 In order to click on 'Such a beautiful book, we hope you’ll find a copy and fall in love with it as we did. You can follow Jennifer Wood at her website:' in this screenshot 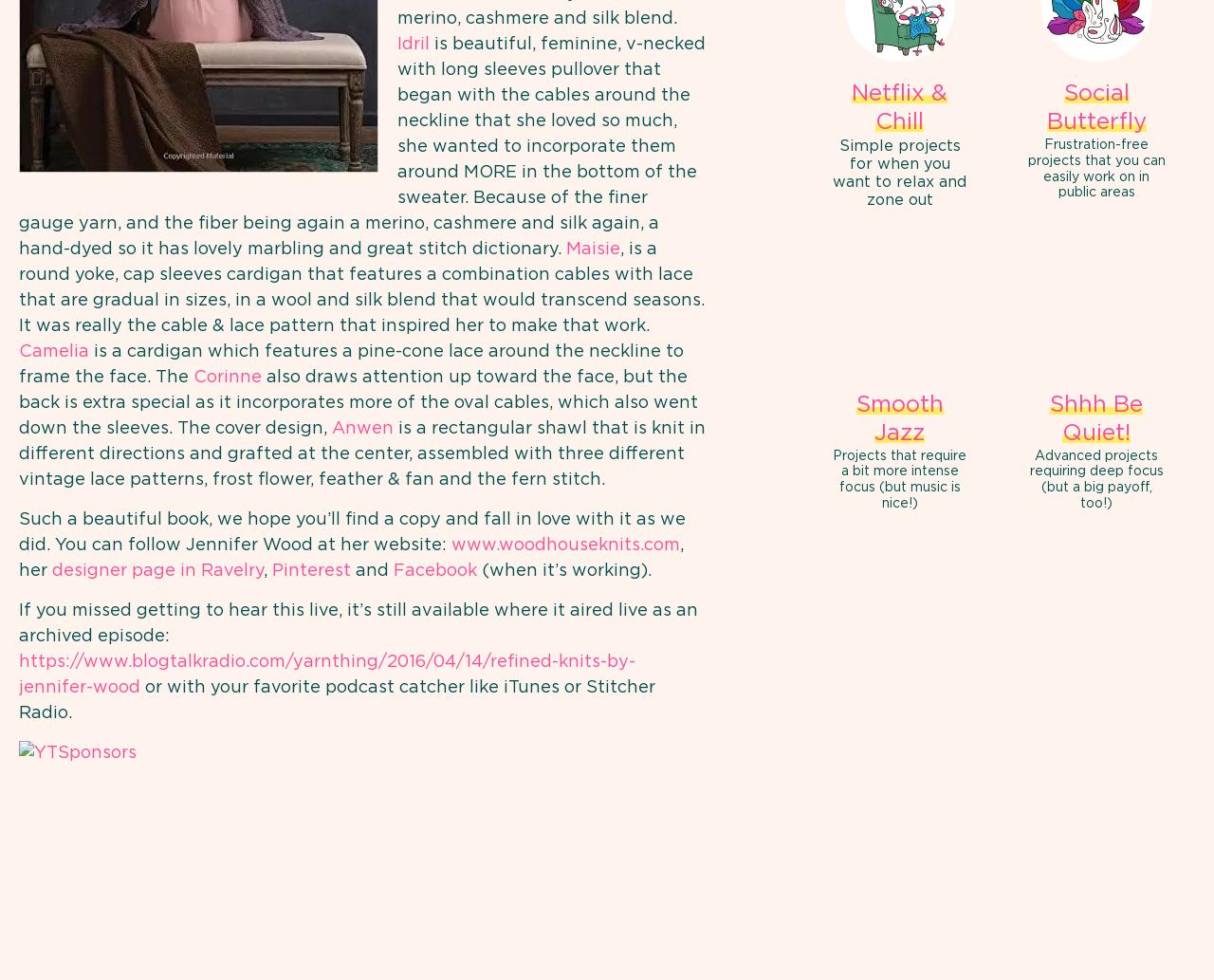, I will do `click(352, 531)`.